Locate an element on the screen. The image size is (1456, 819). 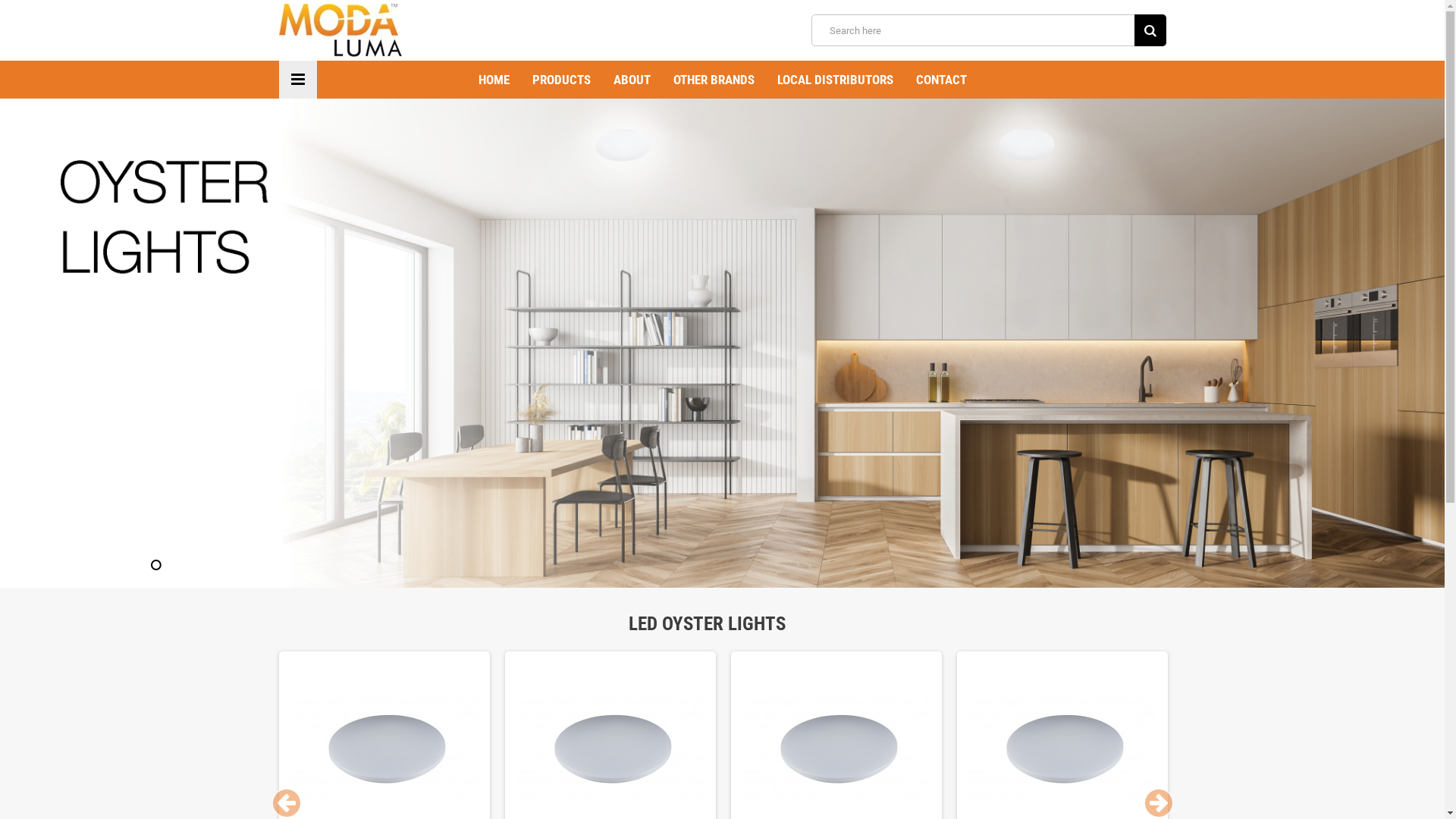
'OTHER BRANDS' is located at coordinates (661, 79).